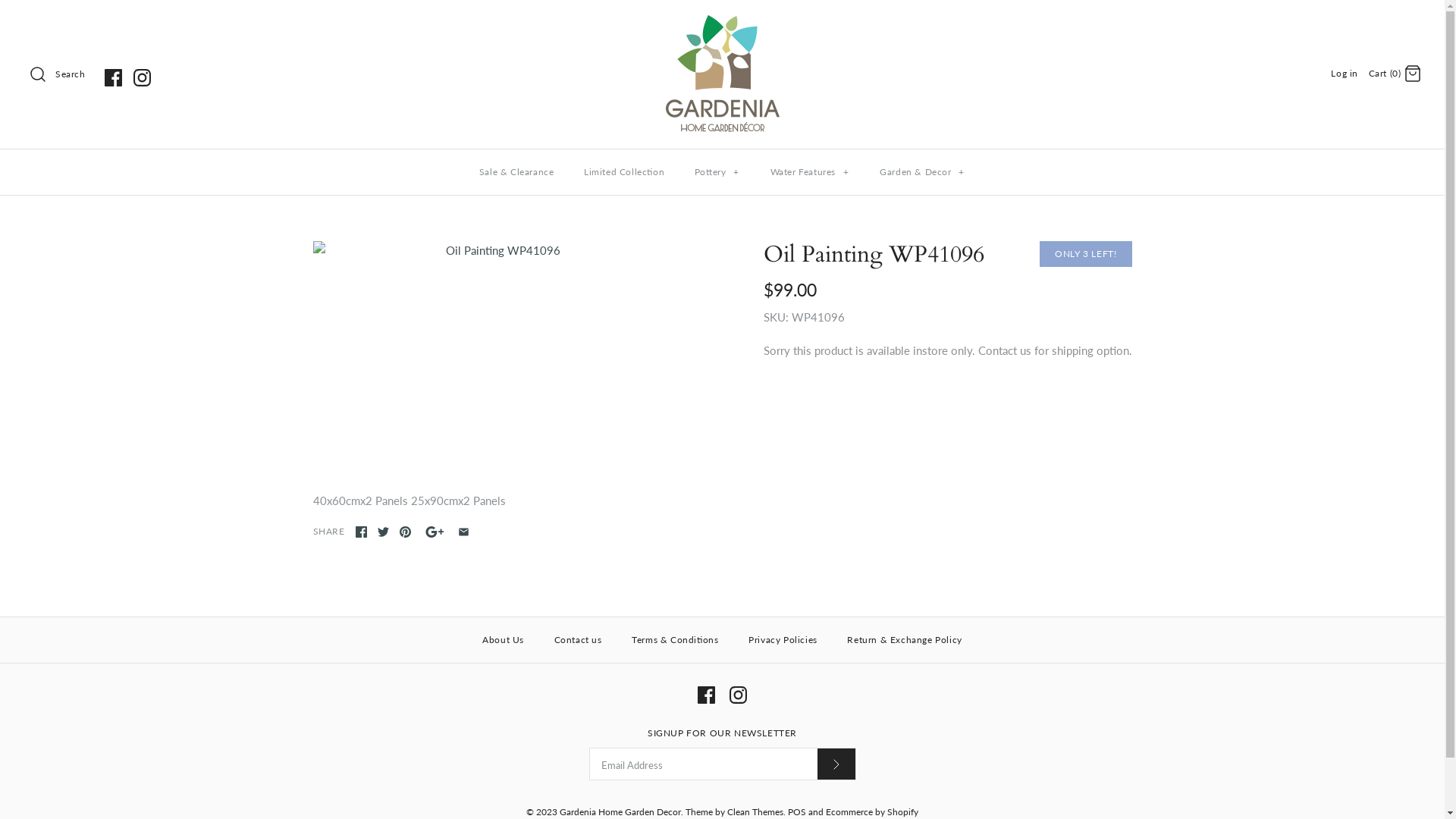 The height and width of the screenshot is (819, 1456). Describe the element at coordinates (673, 640) in the screenshot. I see `'Terms & Conditions'` at that location.